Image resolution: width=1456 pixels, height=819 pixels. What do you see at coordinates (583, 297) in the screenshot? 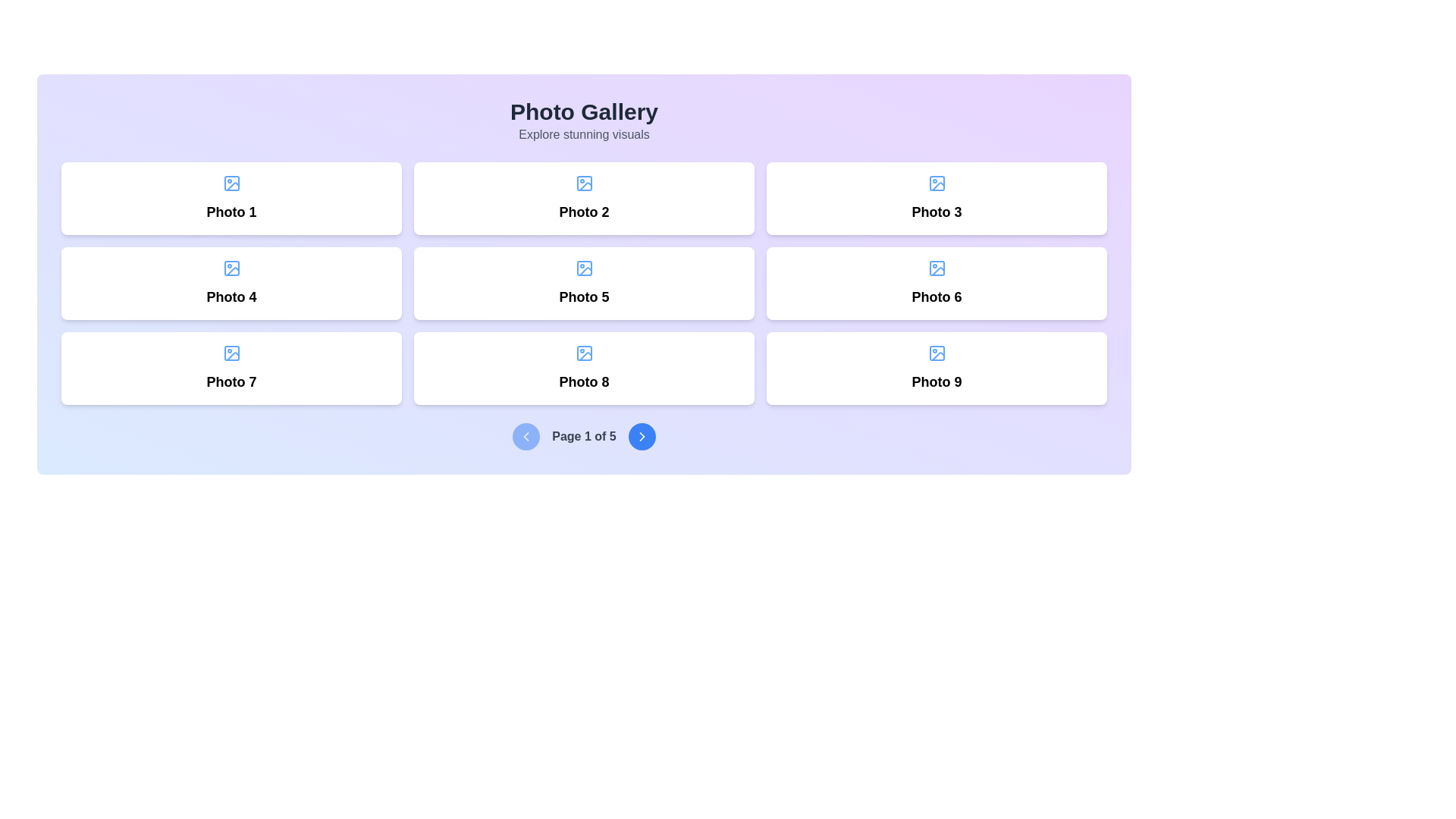
I see `the text label displaying 'Photo 5' located in the middle column of the second row in a grid layout` at bounding box center [583, 297].